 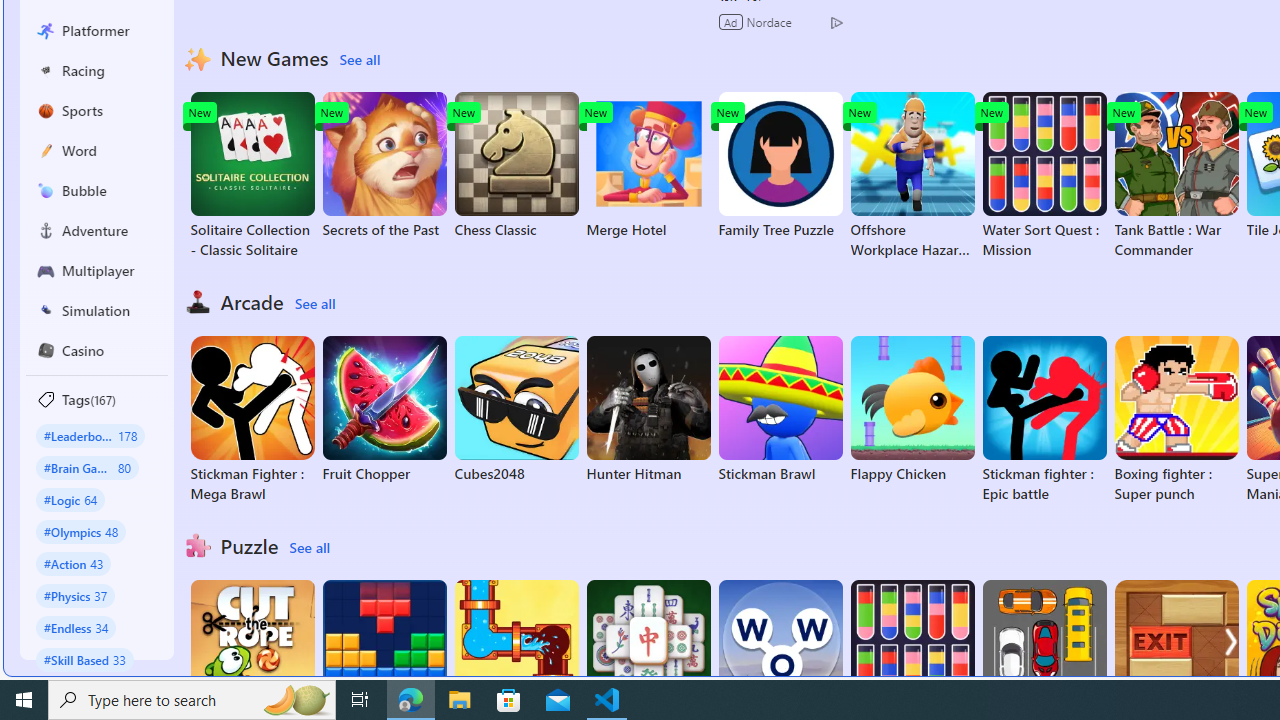 I want to click on 'Solitaire Collection - Classic Solitaire', so click(x=251, y=175).